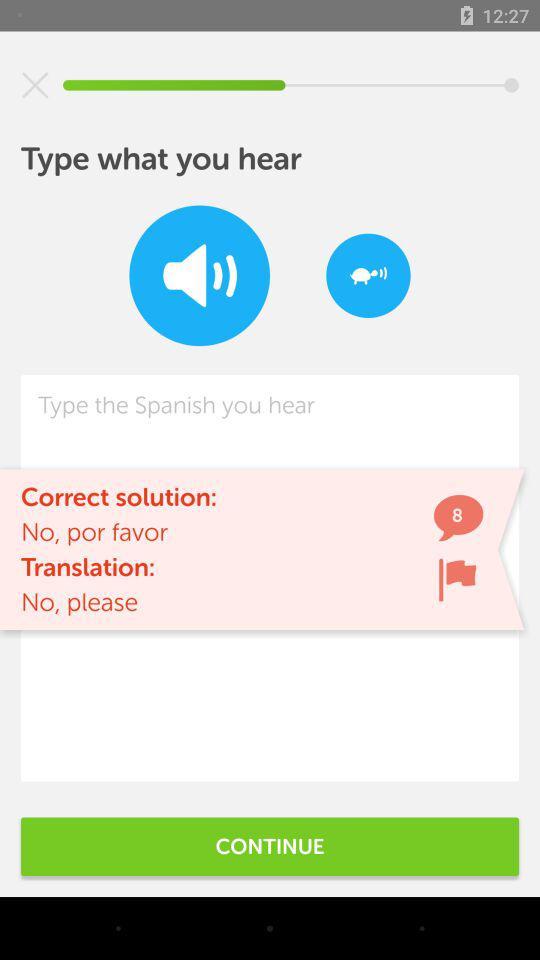  I want to click on click out of this screen, so click(35, 85).